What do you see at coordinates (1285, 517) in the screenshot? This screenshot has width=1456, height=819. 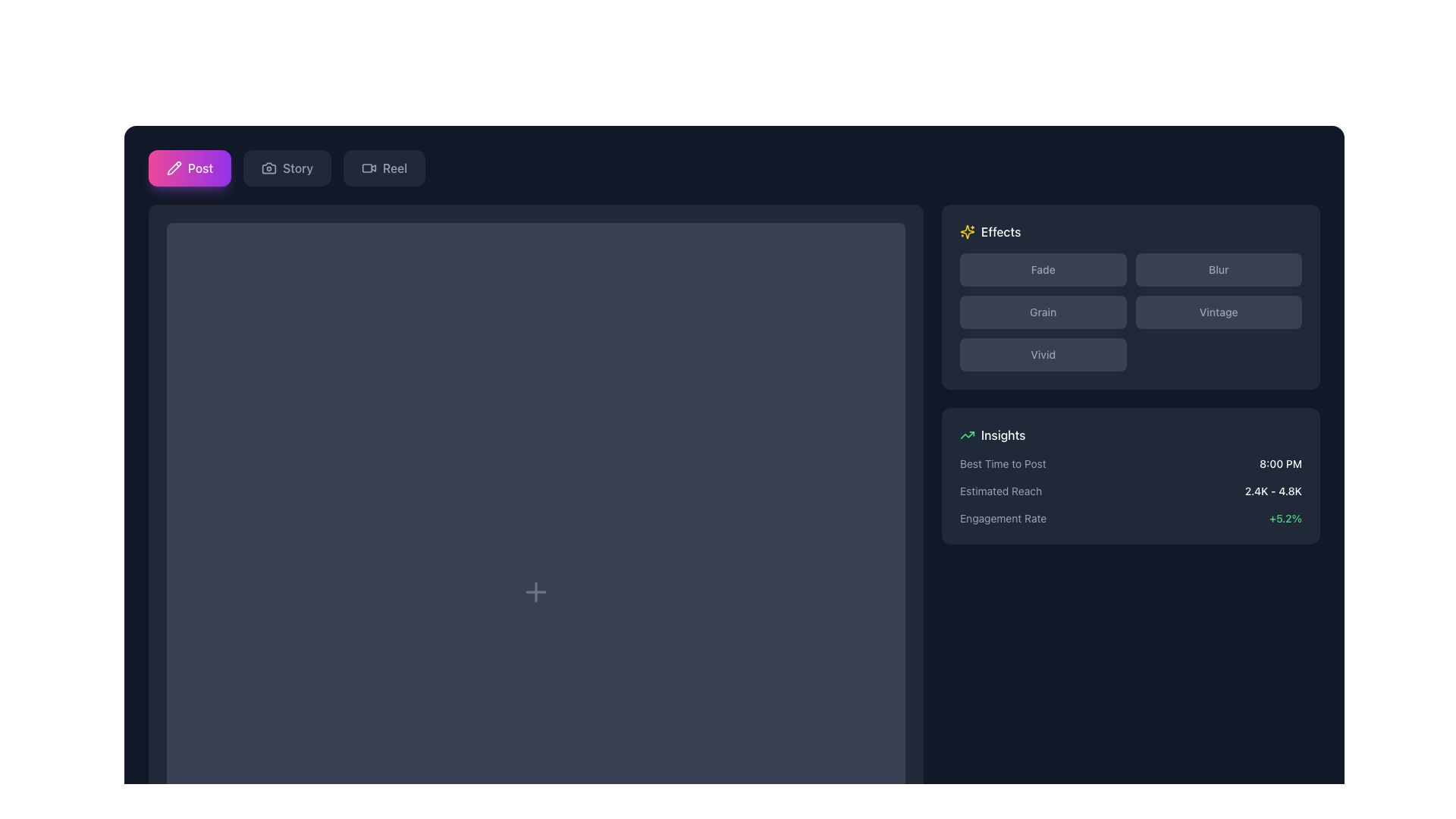 I see `the text label displaying '+5.2%' in green color, located on the right side of the 'Engagement Rate' label within the 'Insights' section` at bounding box center [1285, 517].